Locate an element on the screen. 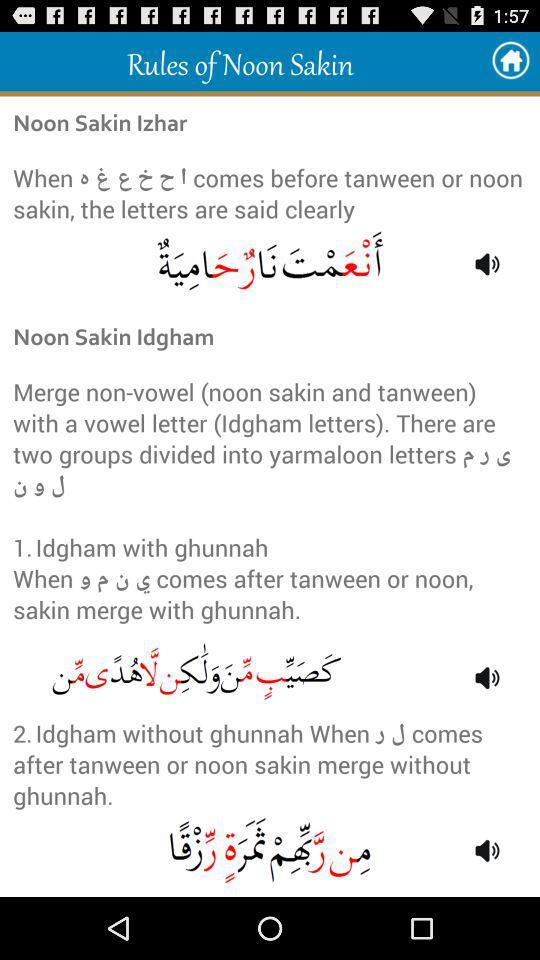 Image resolution: width=540 pixels, height=960 pixels. item next to rules of noon is located at coordinates (510, 61).